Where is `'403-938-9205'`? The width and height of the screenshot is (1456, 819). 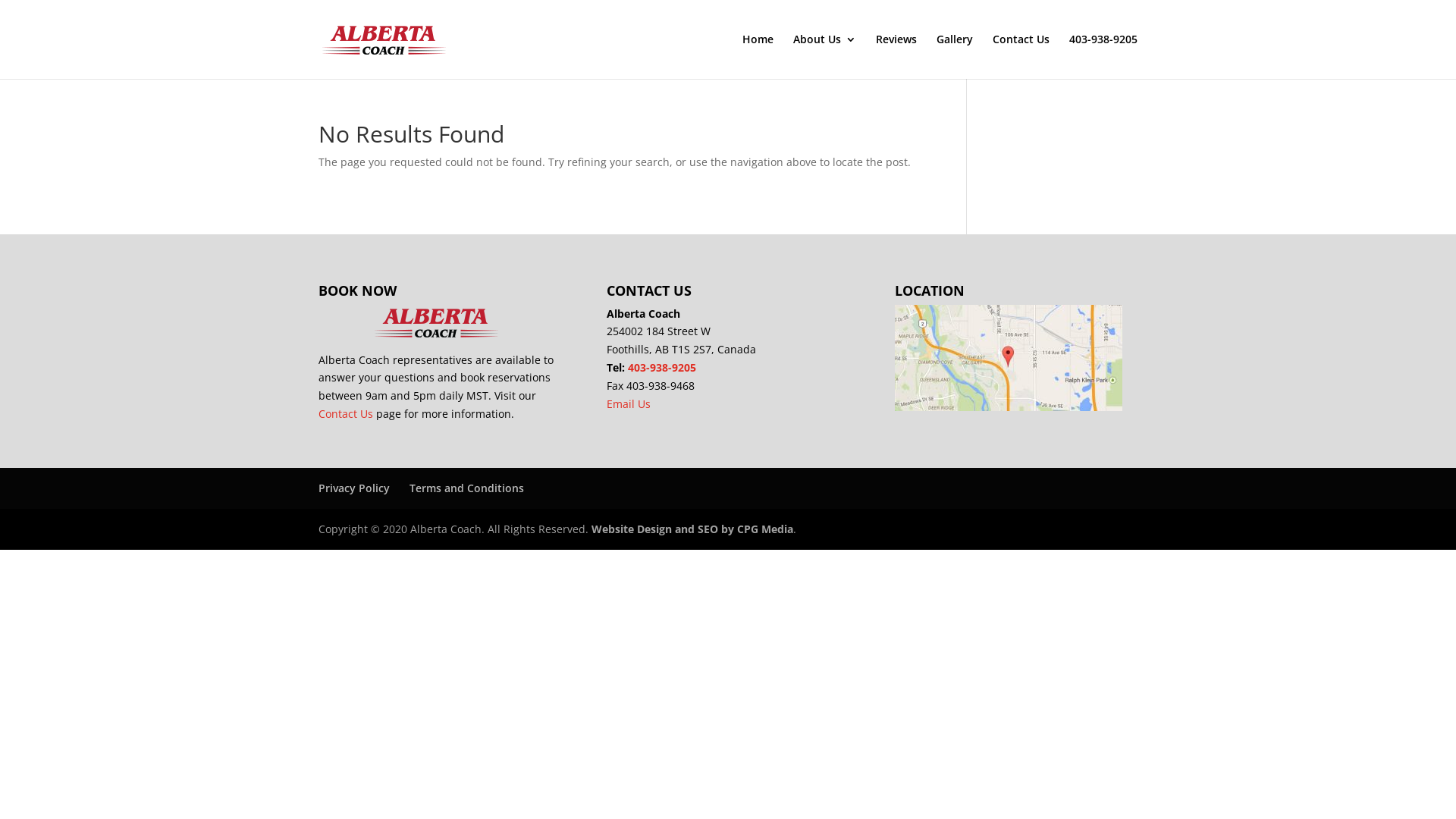 '403-938-9205' is located at coordinates (1103, 55).